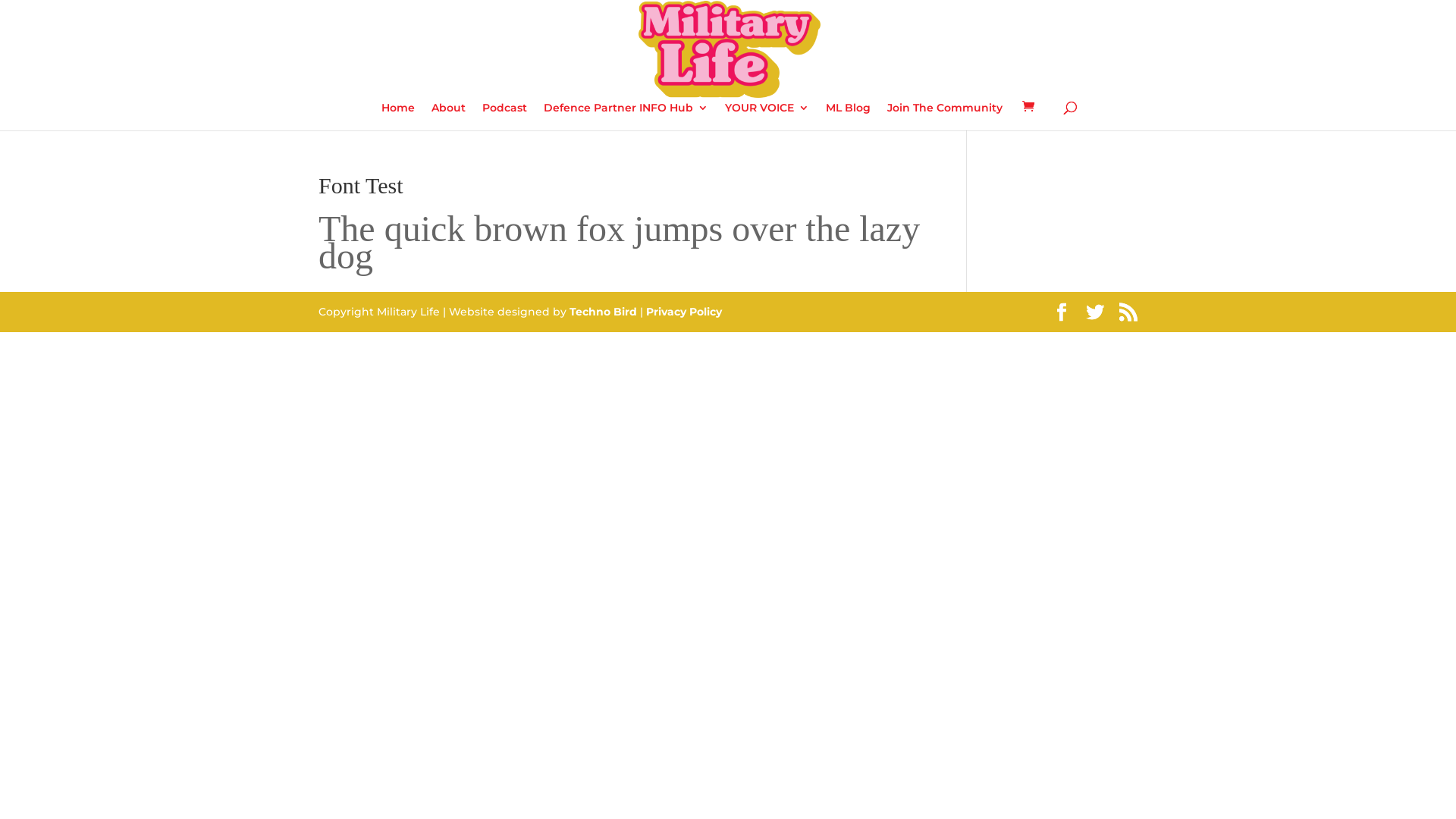  Describe the element at coordinates (683, 311) in the screenshot. I see `'Privacy Policy'` at that location.